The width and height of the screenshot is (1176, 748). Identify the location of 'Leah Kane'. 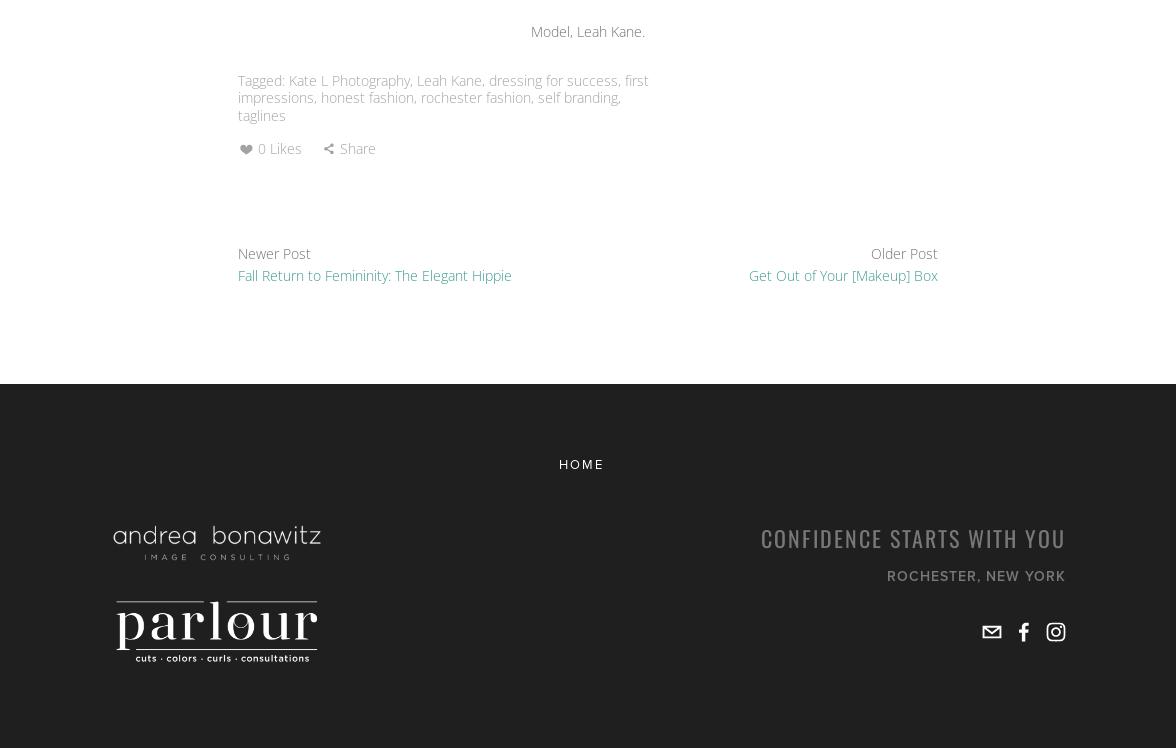
(417, 78).